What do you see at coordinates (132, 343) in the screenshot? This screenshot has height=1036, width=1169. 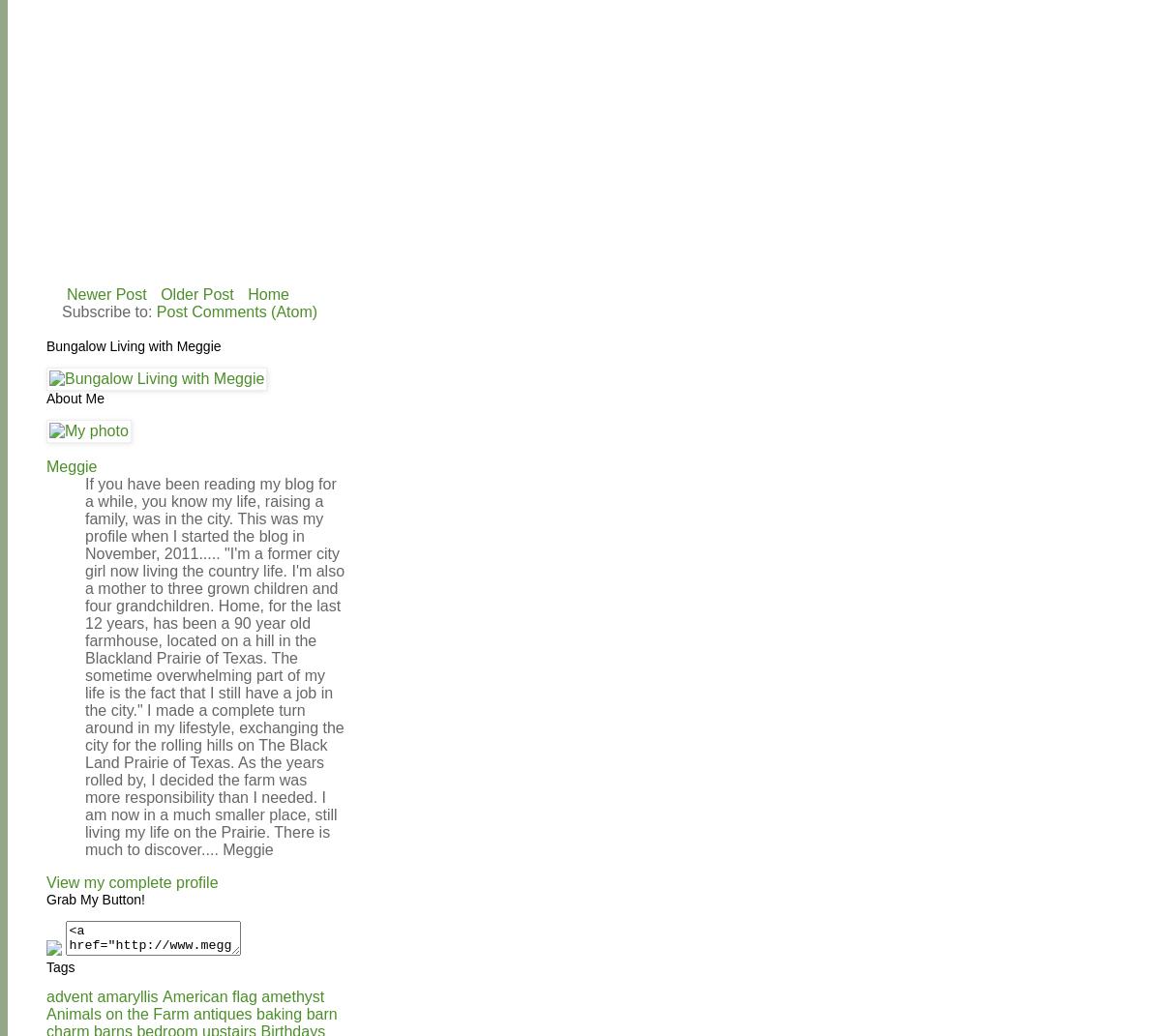 I see `'Bungalow Living with Meggie'` at bounding box center [132, 343].